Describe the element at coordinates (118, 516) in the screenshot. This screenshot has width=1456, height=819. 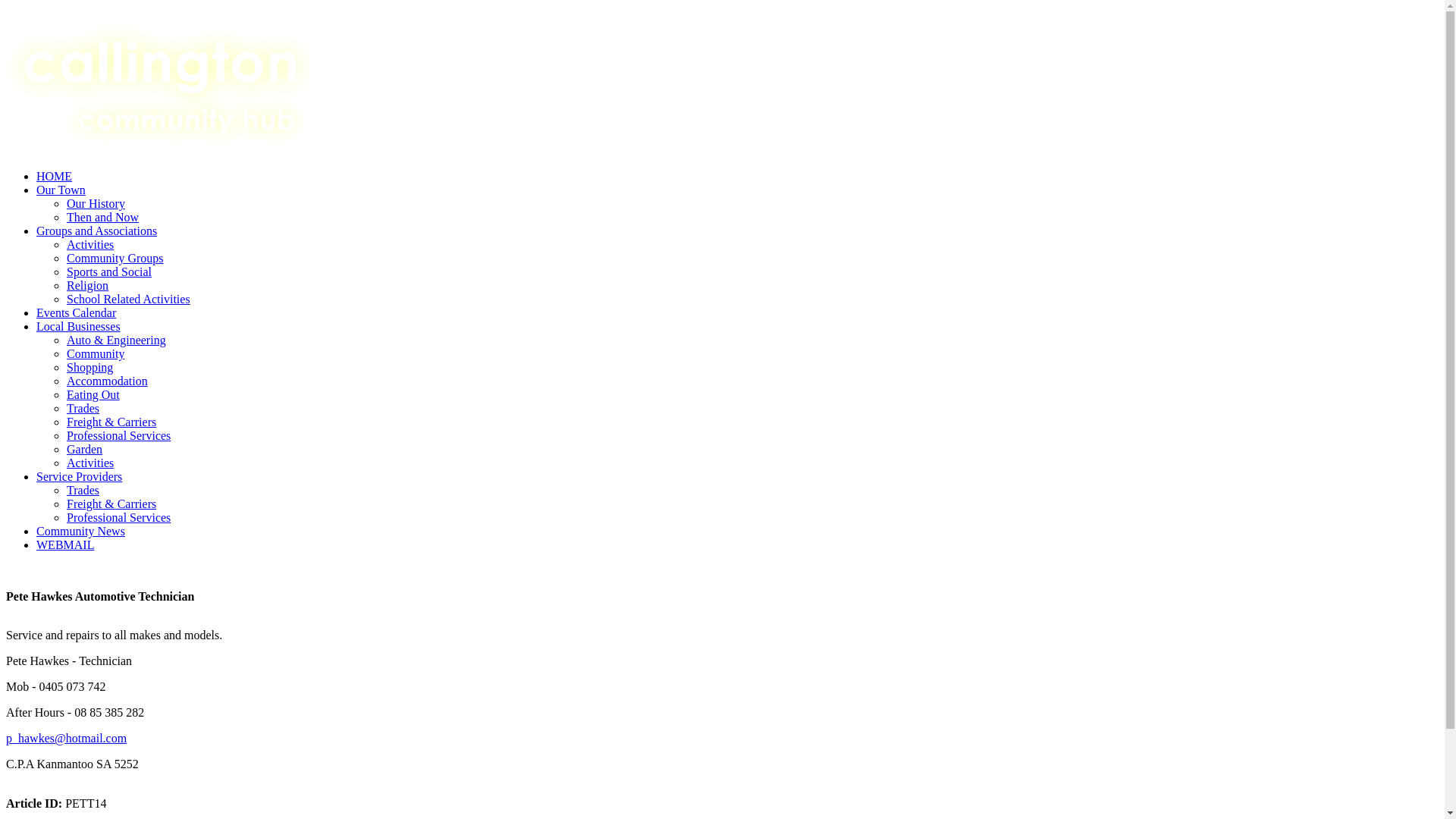
I see `'Professional Services'` at that location.